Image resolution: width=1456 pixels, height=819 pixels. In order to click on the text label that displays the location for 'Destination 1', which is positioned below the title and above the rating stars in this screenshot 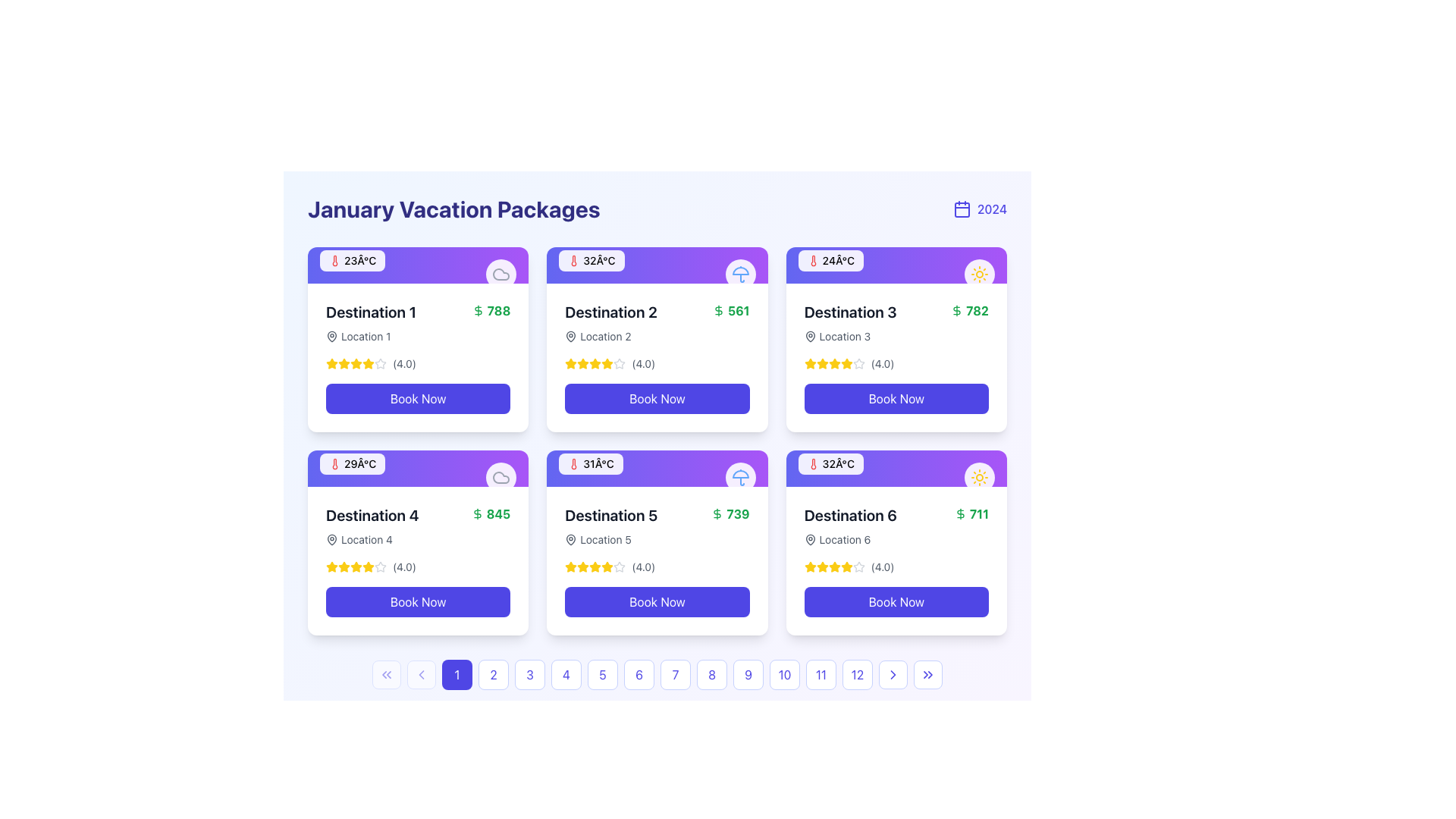, I will do `click(371, 335)`.